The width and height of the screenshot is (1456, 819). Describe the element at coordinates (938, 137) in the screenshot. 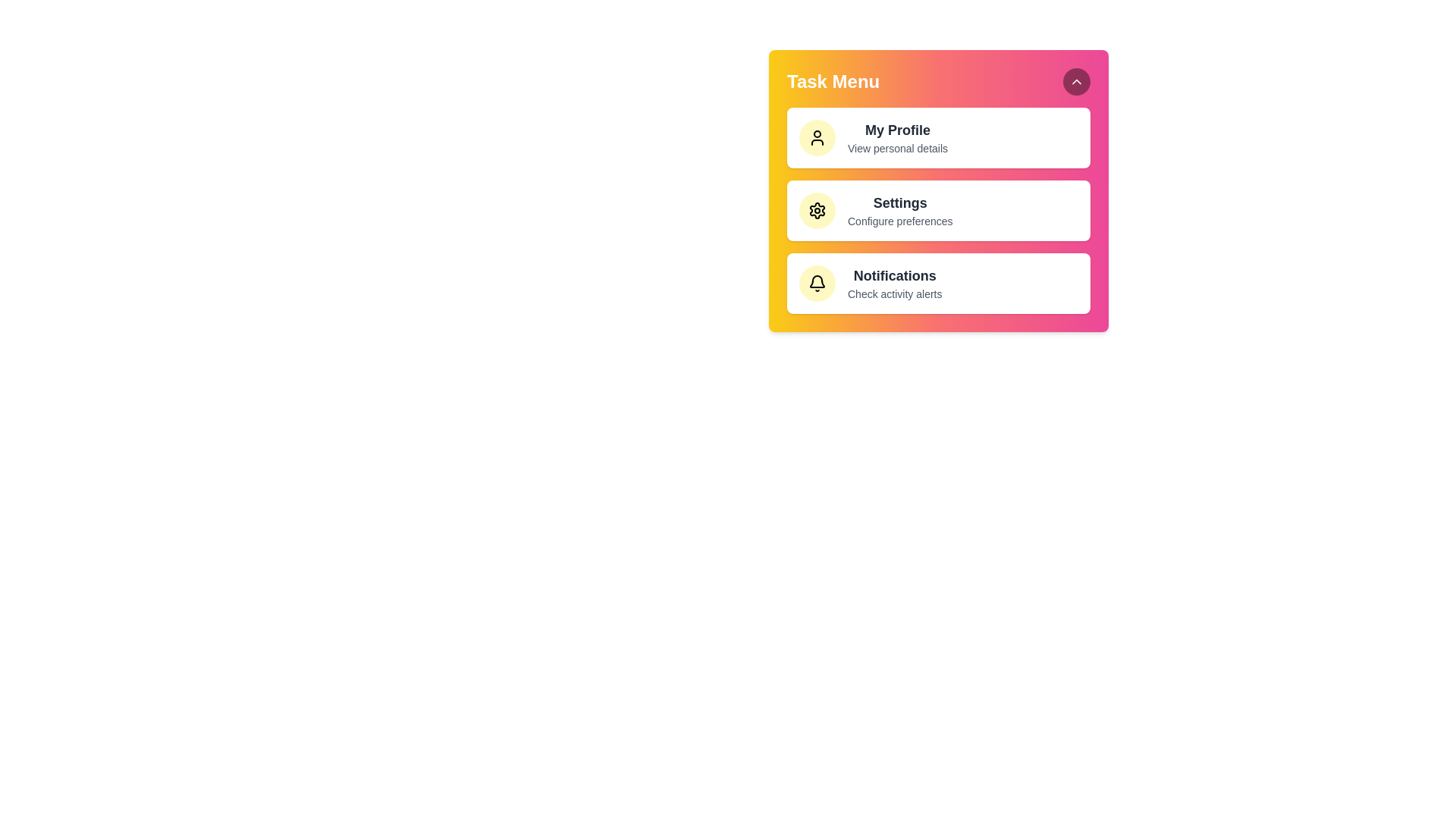

I see `the menu item My Profile from the Task Menu` at that location.